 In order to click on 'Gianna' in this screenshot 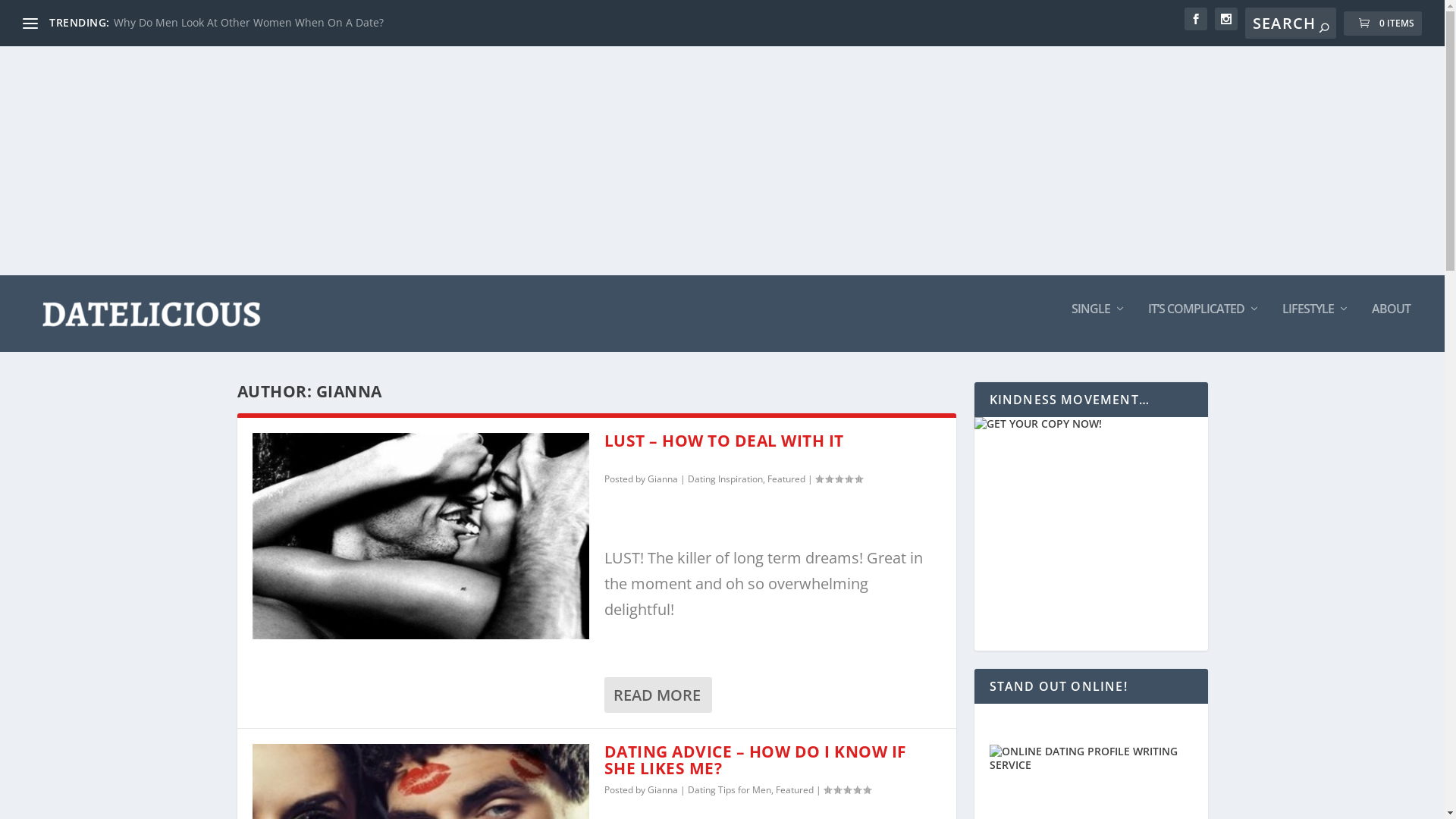, I will do `click(662, 479)`.